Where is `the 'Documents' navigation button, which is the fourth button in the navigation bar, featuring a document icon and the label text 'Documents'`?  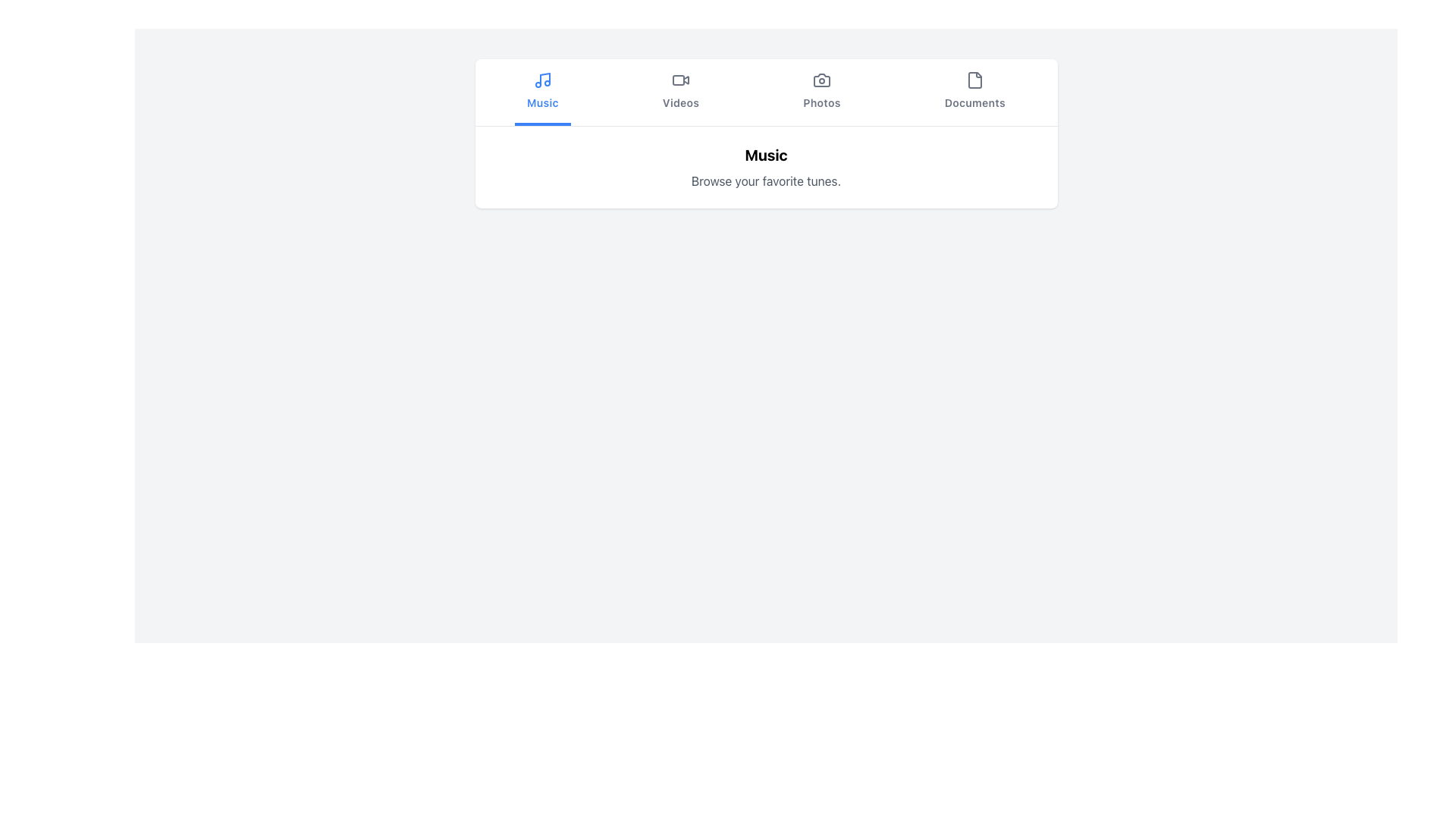 the 'Documents' navigation button, which is the fourth button in the navigation bar, featuring a document icon and the label text 'Documents' is located at coordinates (974, 93).